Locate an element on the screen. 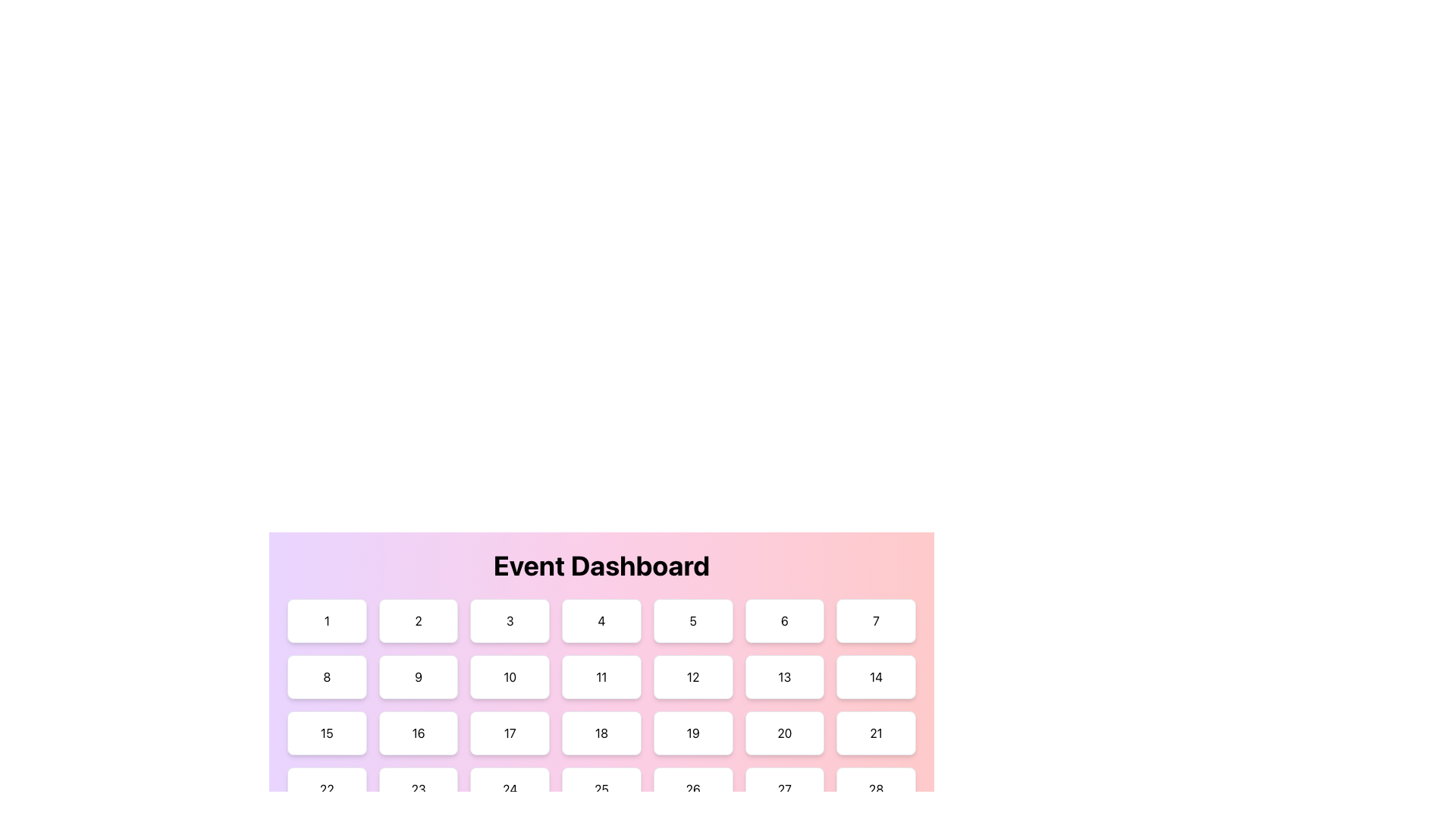 The image size is (1456, 819). the interactive grid cell located in the first row and seventh column under the 'Event Dashboard' heading is located at coordinates (876, 620).